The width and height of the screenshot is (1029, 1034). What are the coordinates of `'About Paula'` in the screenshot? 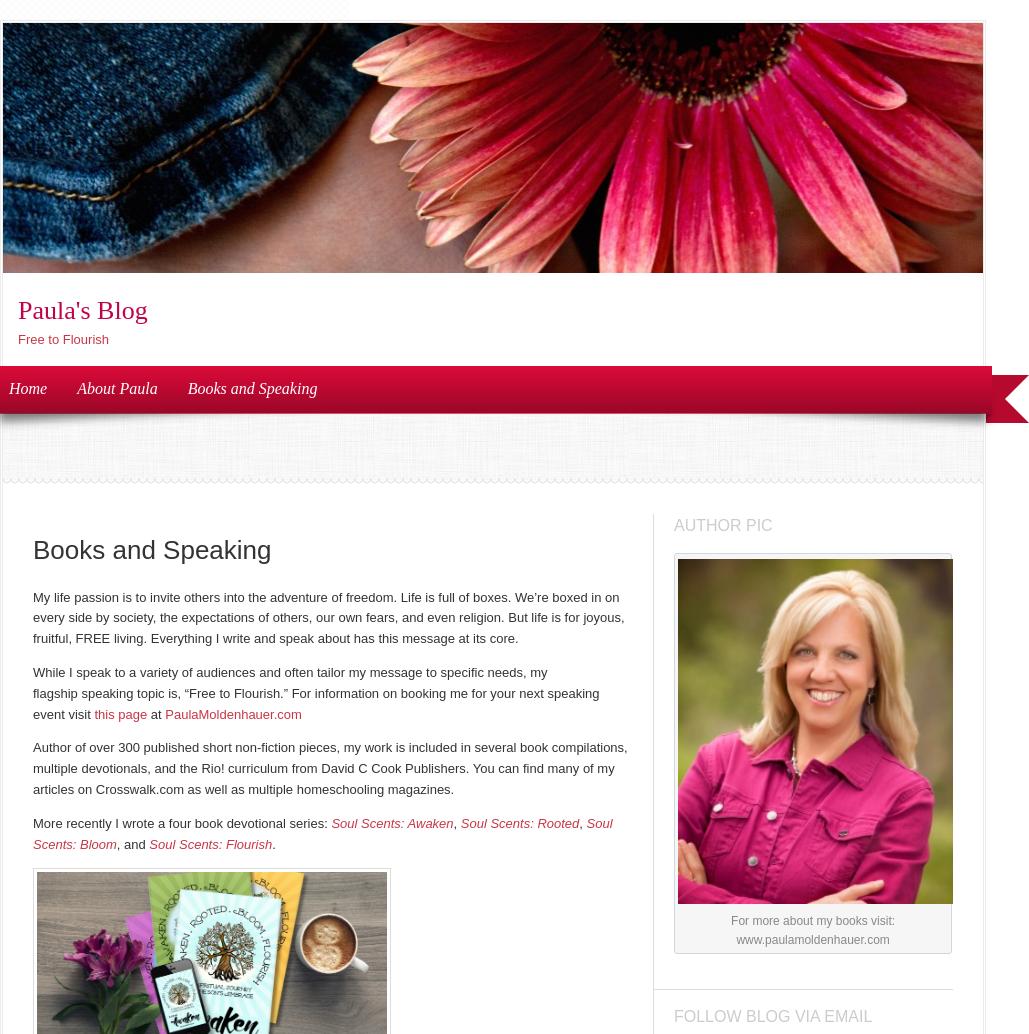 It's located at (115, 386).